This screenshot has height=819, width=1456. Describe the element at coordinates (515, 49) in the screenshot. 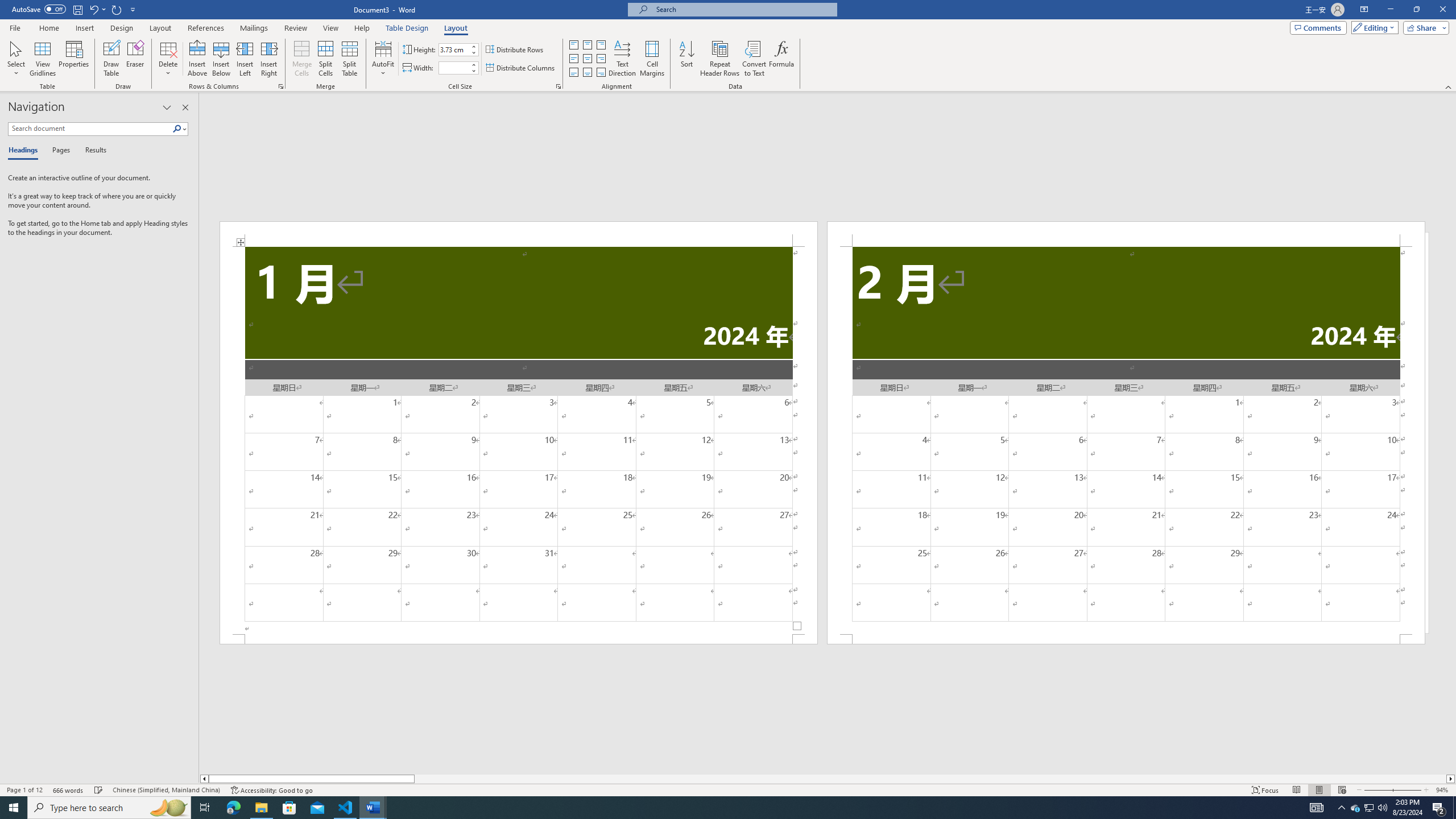

I see `'Distribute Rows'` at that location.